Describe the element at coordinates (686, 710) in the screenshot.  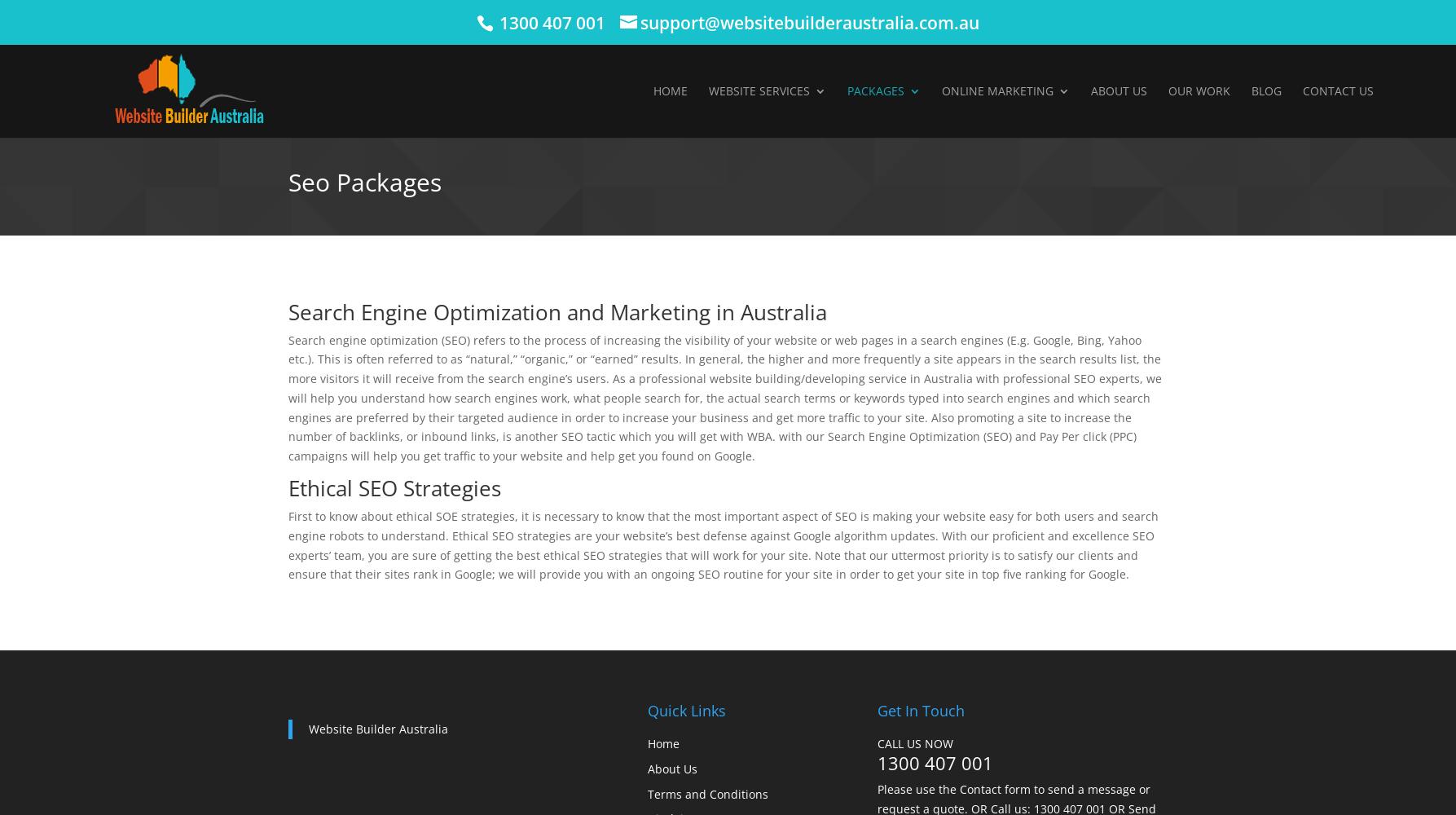
I see `'Quick Links'` at that location.